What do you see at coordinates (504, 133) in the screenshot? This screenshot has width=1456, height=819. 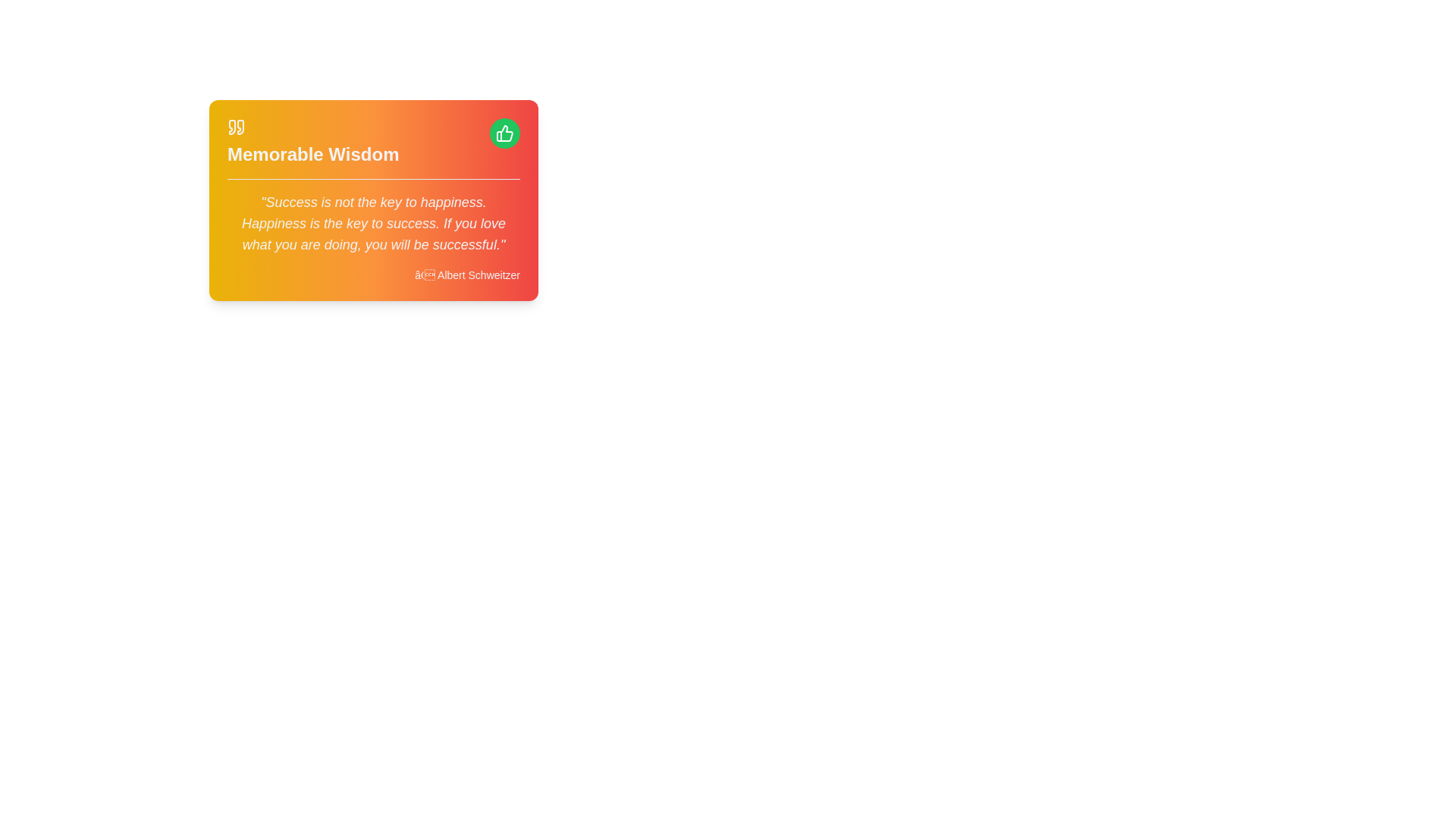 I see `the 'thumbs-up' icon located in the upper-right corner of the 'Memorable Wisdom' card to express approval or endorsement of the content` at bounding box center [504, 133].